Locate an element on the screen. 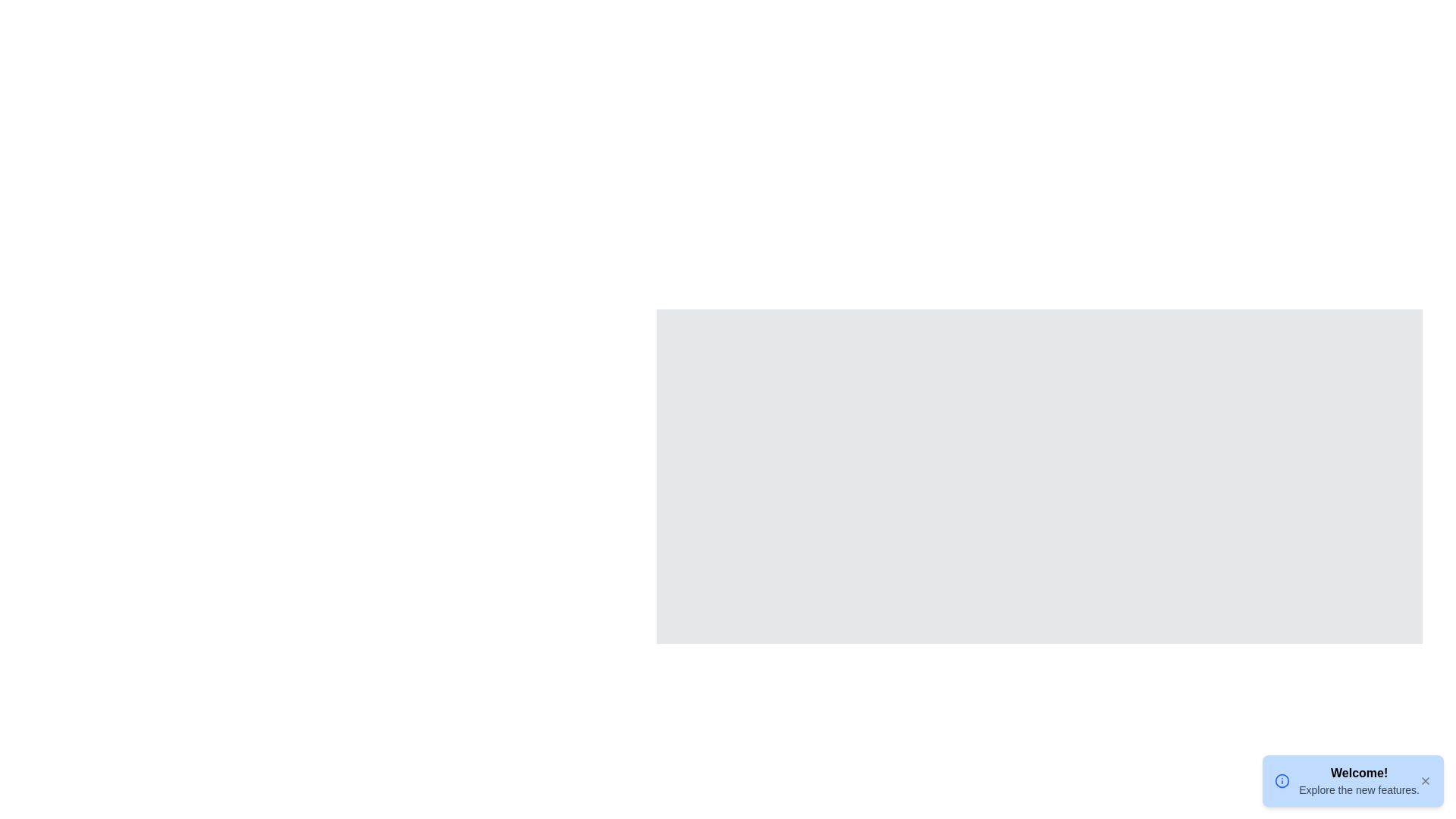 The image size is (1456, 819). text label that says 'Explore the new features.' located in the lower-right corner of the interface, below the 'Welcome!' text is located at coordinates (1359, 789).